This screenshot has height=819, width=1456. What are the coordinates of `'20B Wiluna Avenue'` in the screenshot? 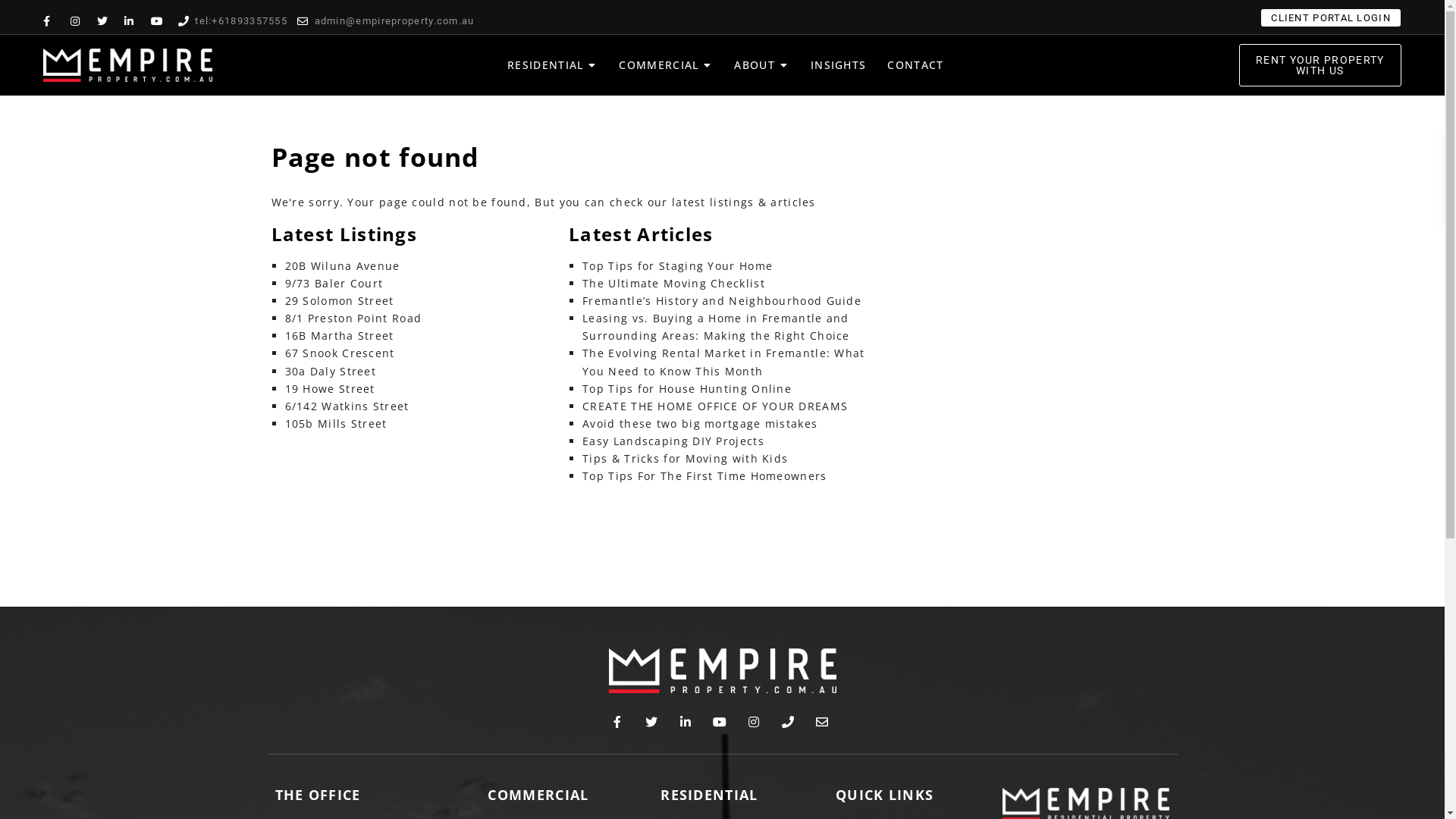 It's located at (341, 265).